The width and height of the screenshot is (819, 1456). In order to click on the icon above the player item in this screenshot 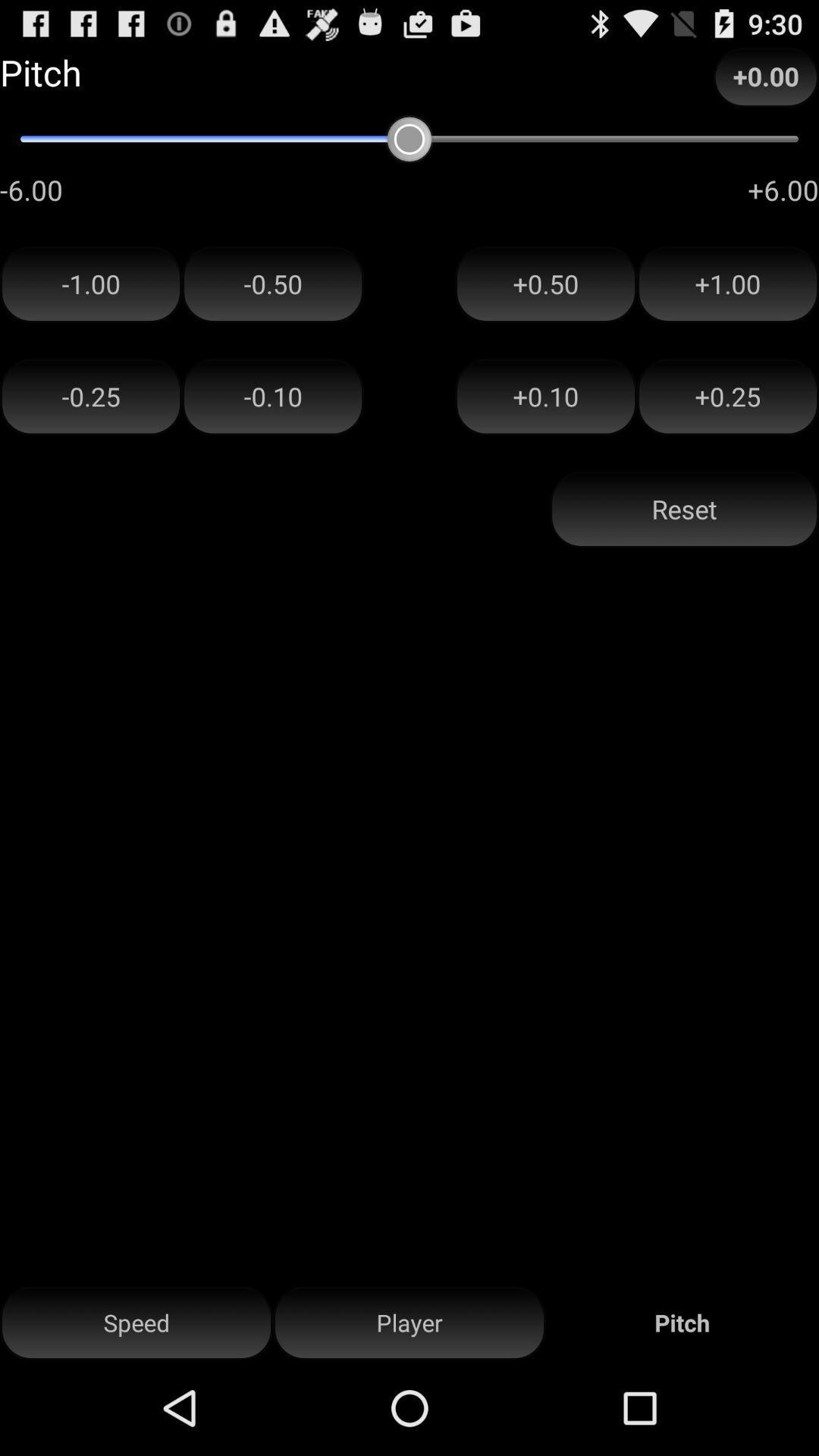, I will do `click(684, 510)`.